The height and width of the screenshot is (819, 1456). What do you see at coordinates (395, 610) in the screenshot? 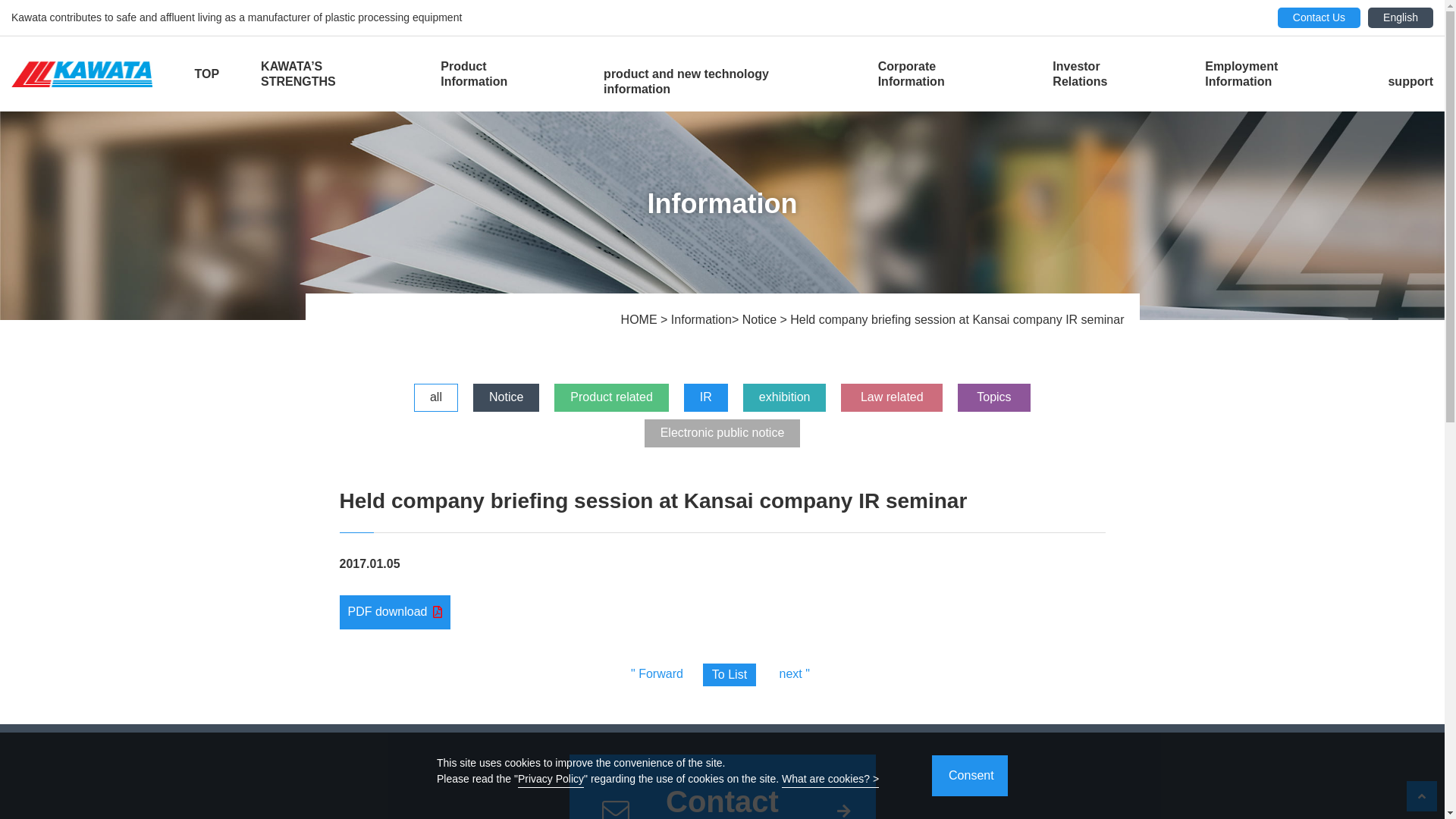
I see `'PDF download'` at bounding box center [395, 610].